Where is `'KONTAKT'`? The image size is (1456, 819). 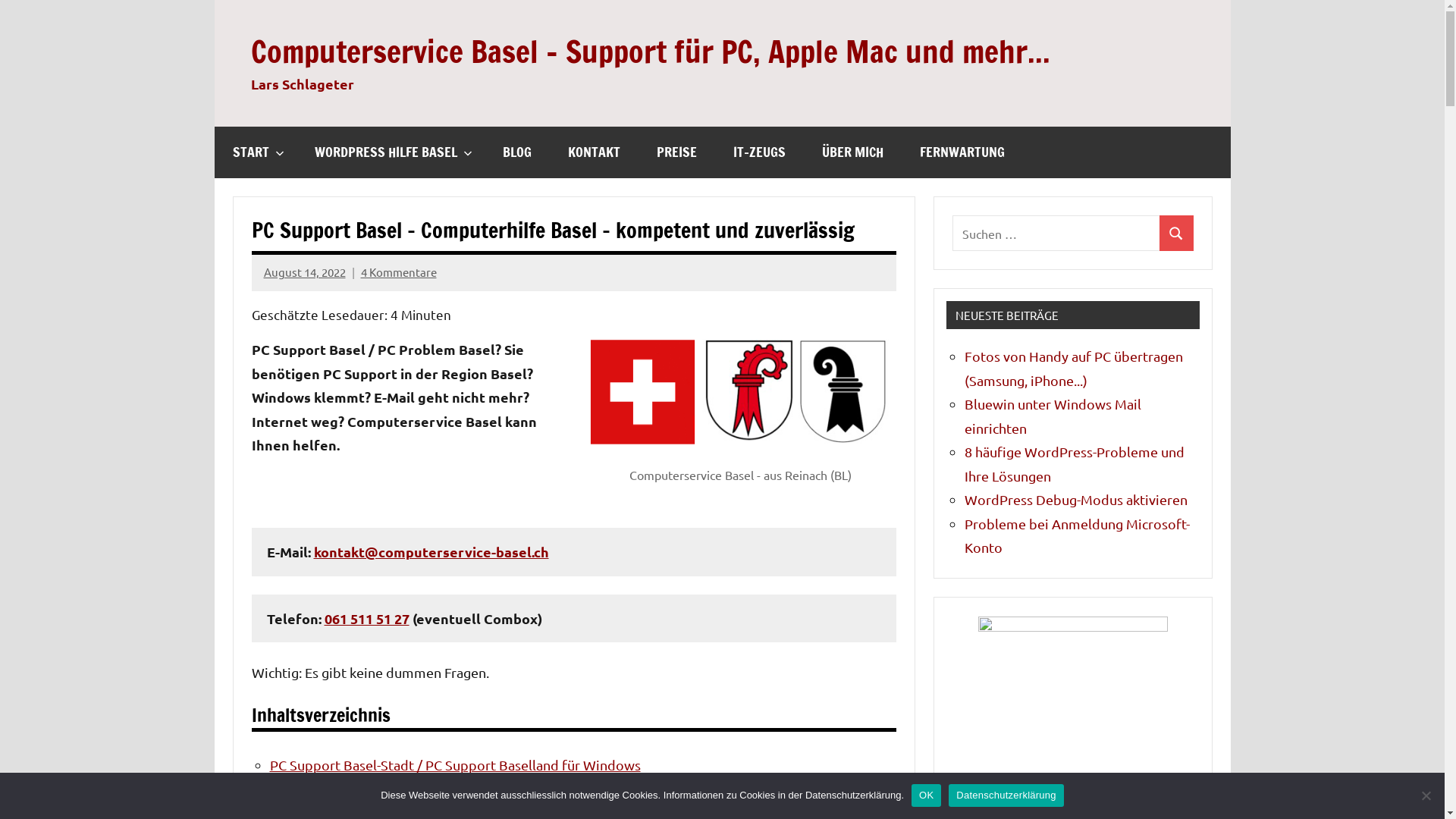
'KONTAKT' is located at coordinates (592, 152).